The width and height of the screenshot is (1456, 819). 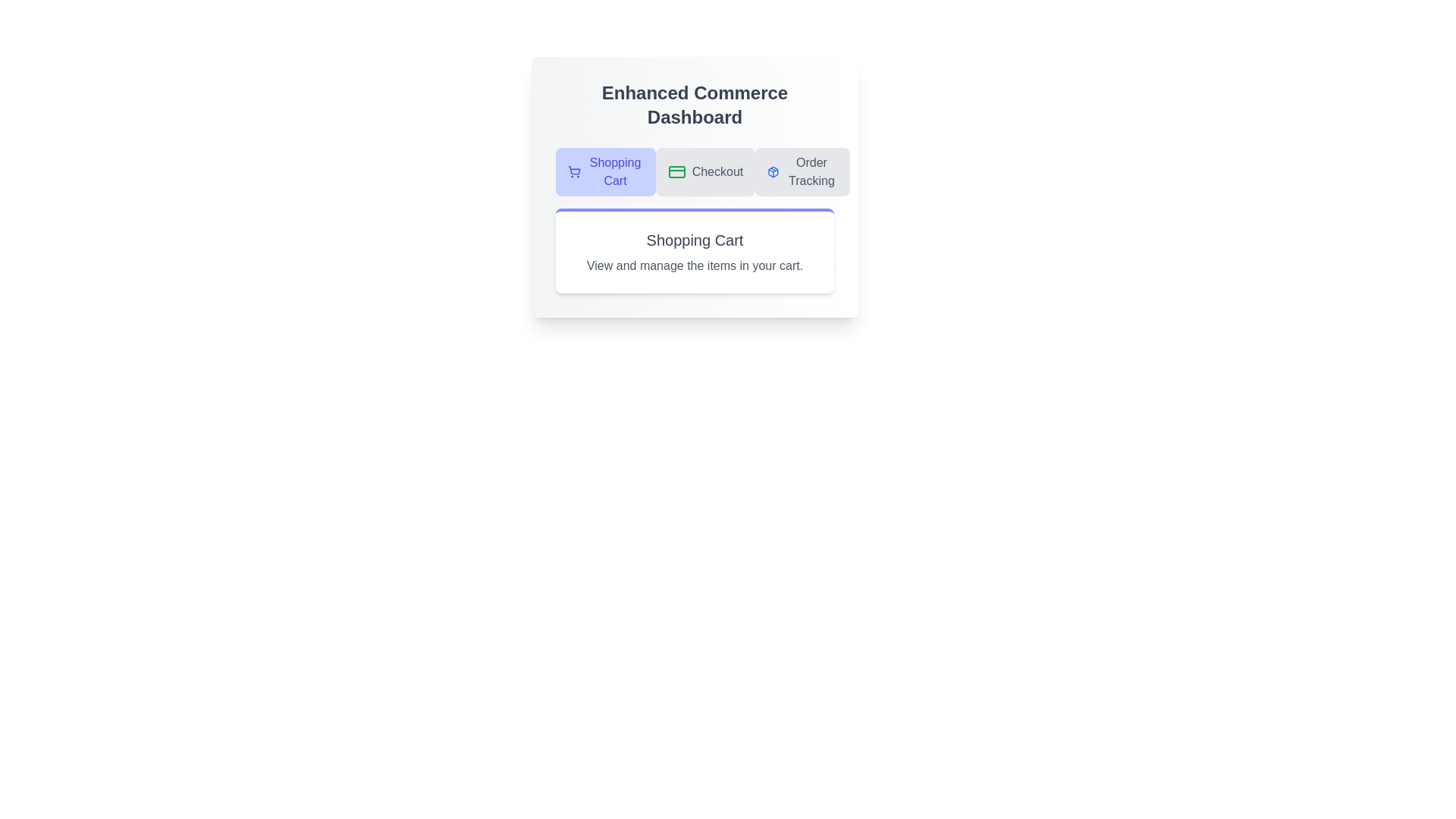 What do you see at coordinates (573, 171) in the screenshot?
I see `the icon for the Shopping Cart tab` at bounding box center [573, 171].